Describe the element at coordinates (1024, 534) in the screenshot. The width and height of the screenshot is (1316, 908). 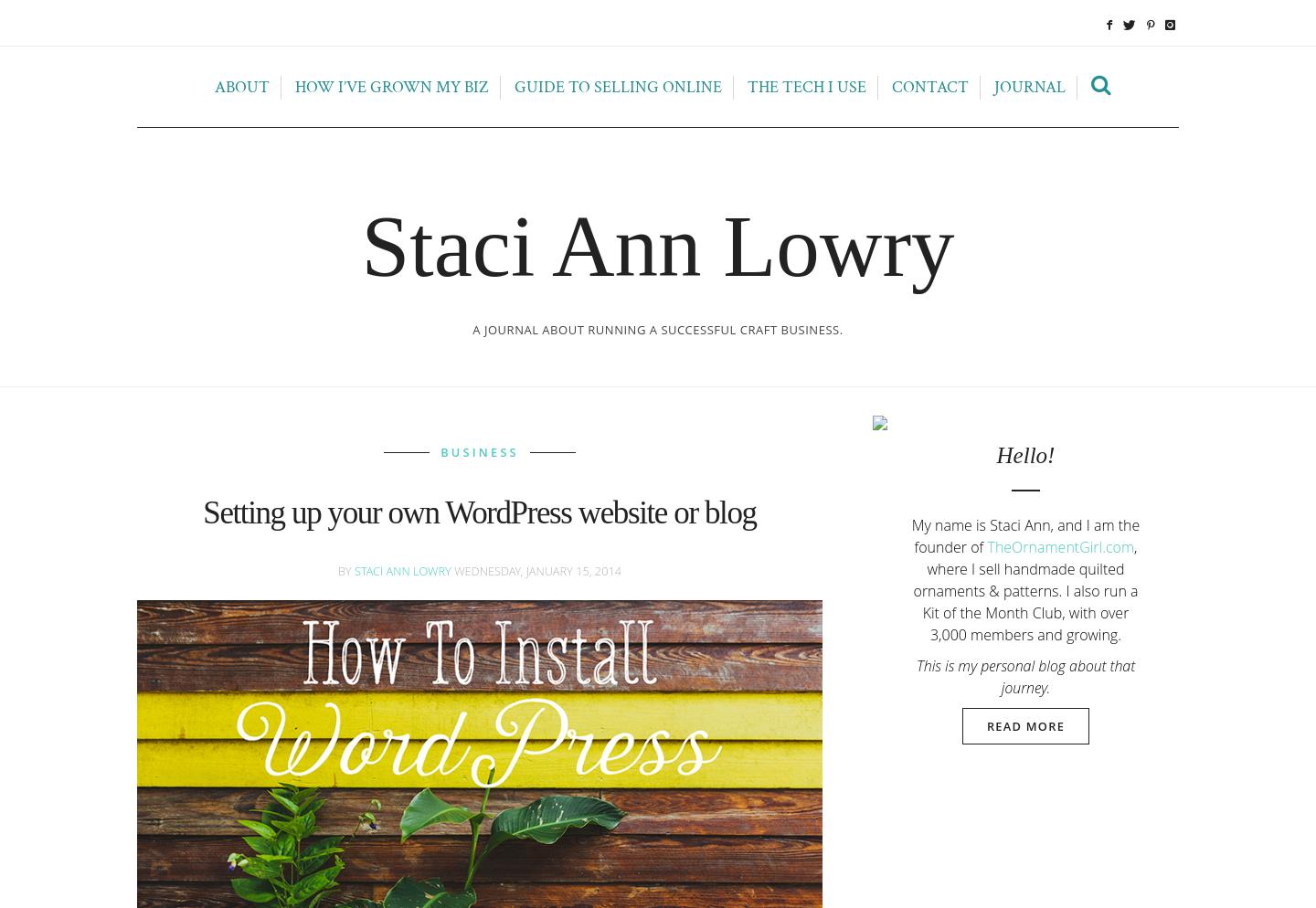
I see `'My name is Staci Ann, and I am the founder of'` at that location.